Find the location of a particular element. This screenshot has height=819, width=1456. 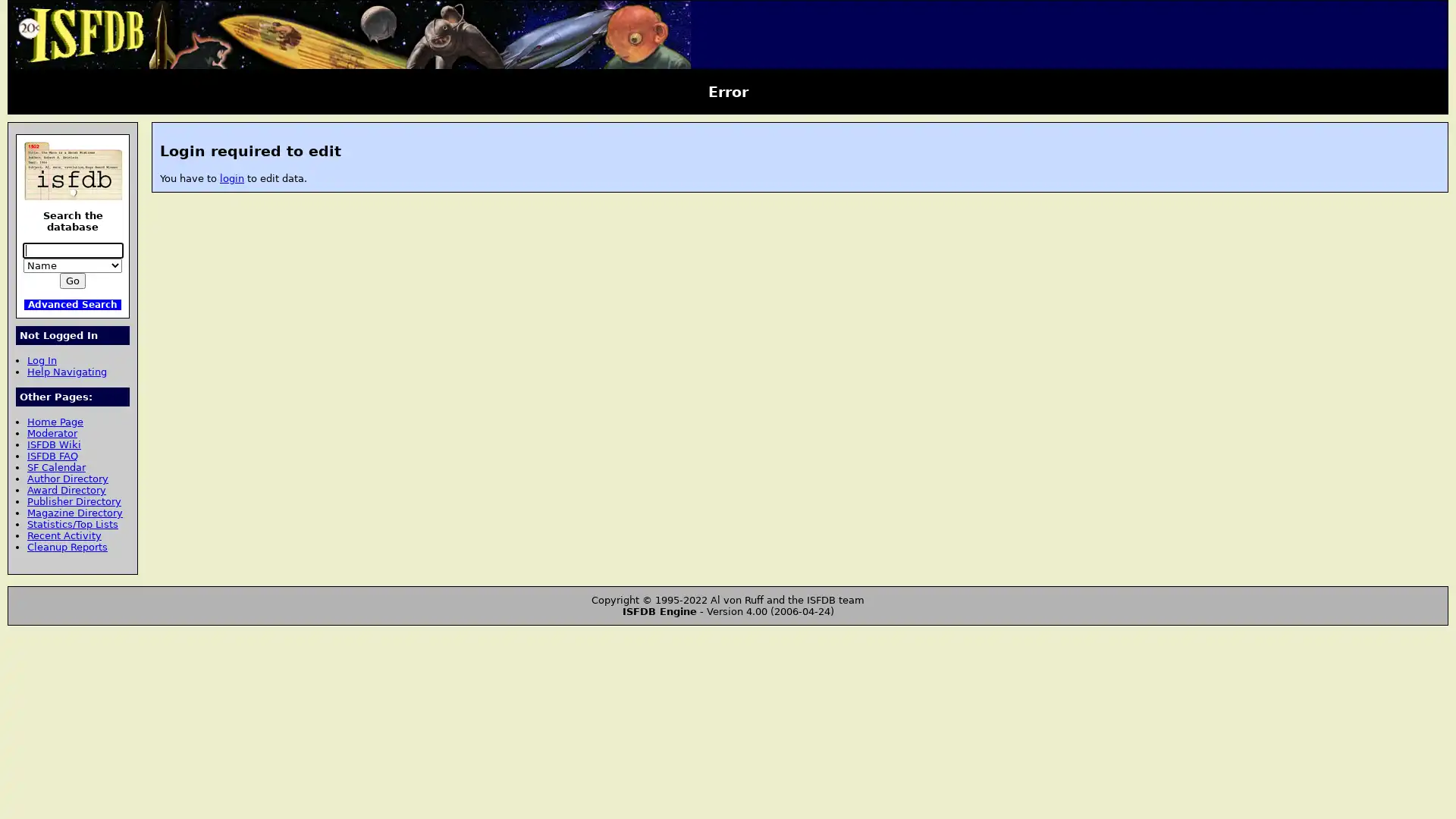

Go is located at coordinates (72, 281).